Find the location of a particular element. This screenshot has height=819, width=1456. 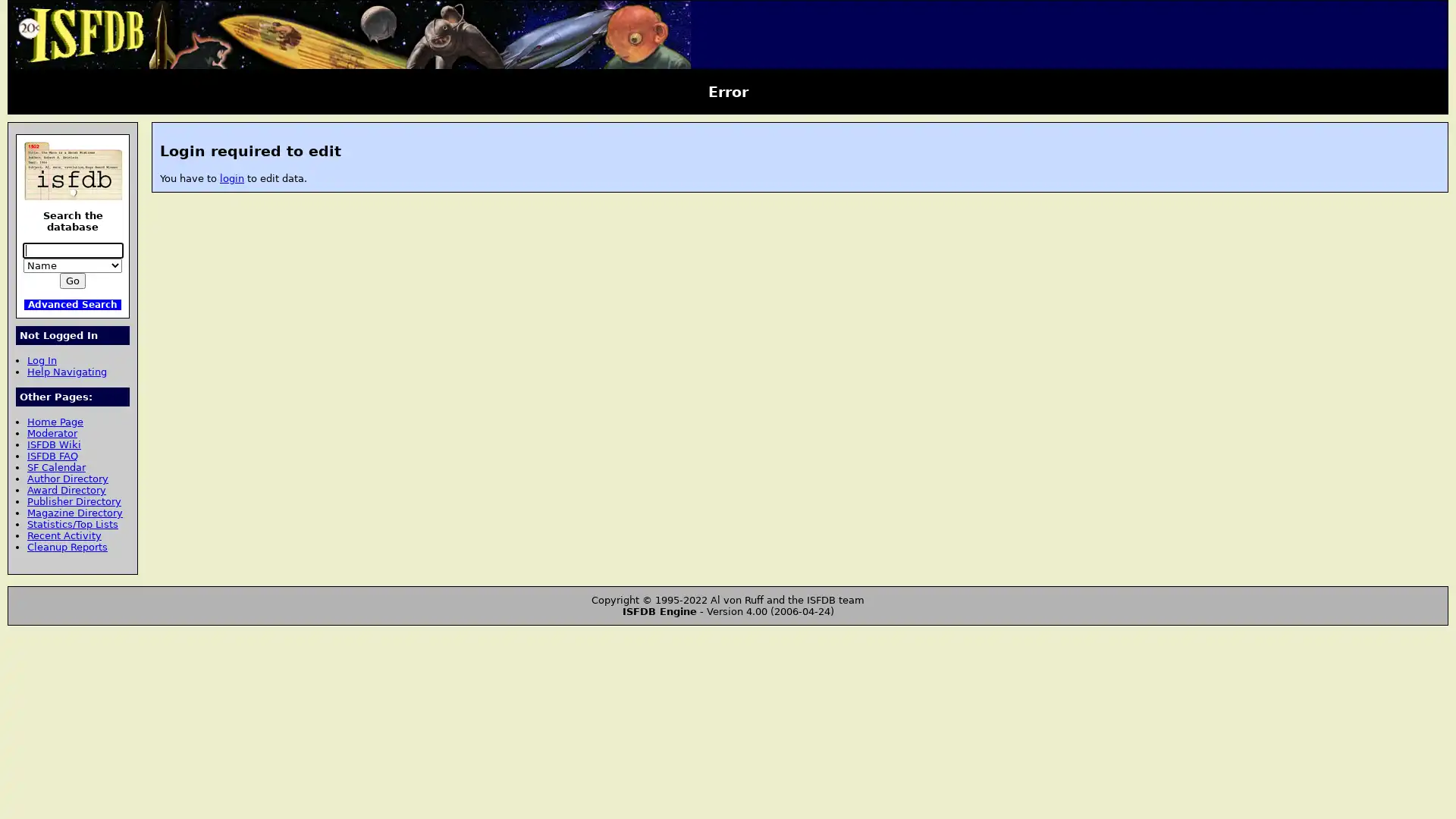

Go is located at coordinates (72, 281).